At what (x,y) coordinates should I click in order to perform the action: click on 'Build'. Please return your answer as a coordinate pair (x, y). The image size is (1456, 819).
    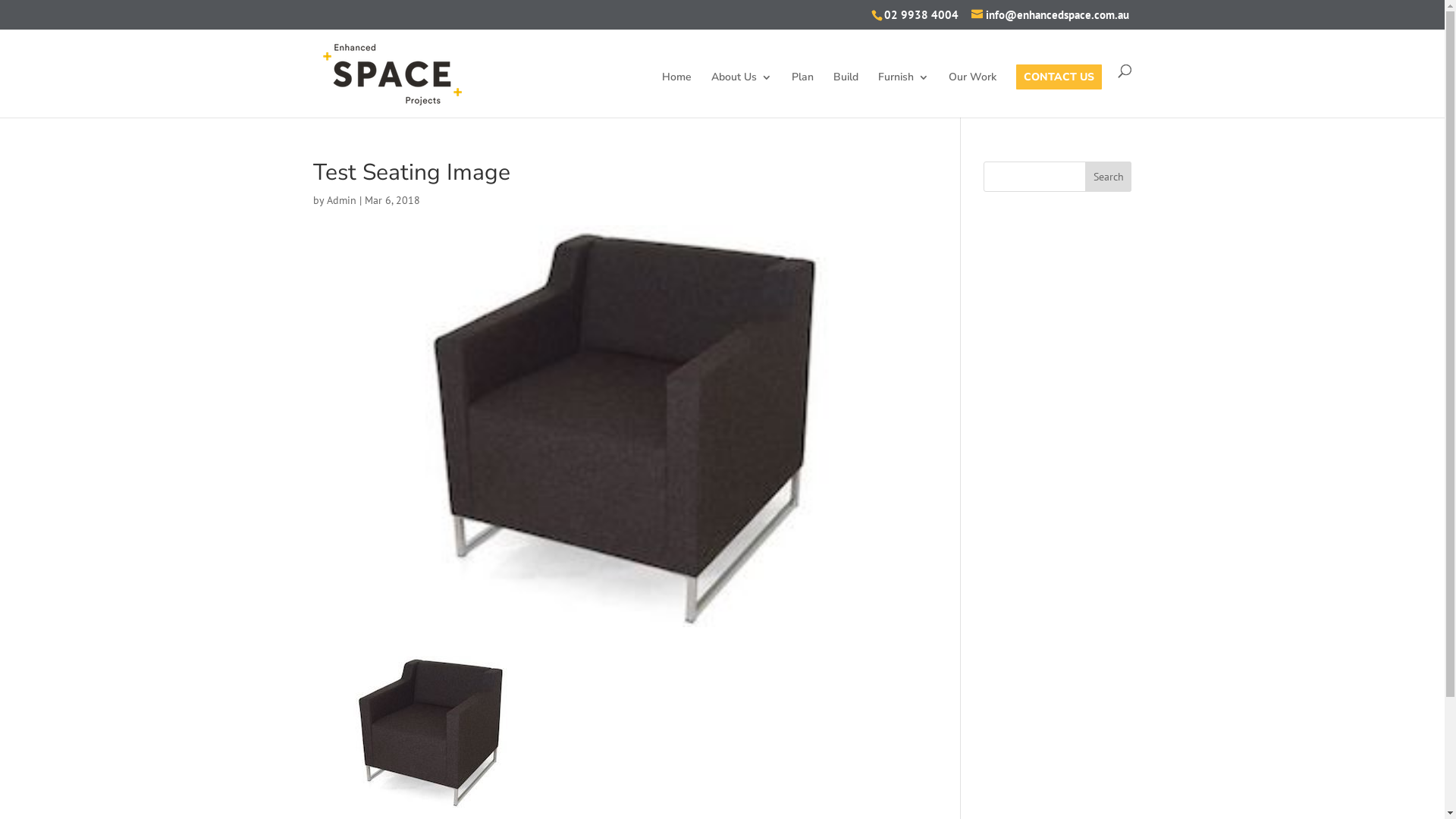
    Looking at the image, I should click on (844, 93).